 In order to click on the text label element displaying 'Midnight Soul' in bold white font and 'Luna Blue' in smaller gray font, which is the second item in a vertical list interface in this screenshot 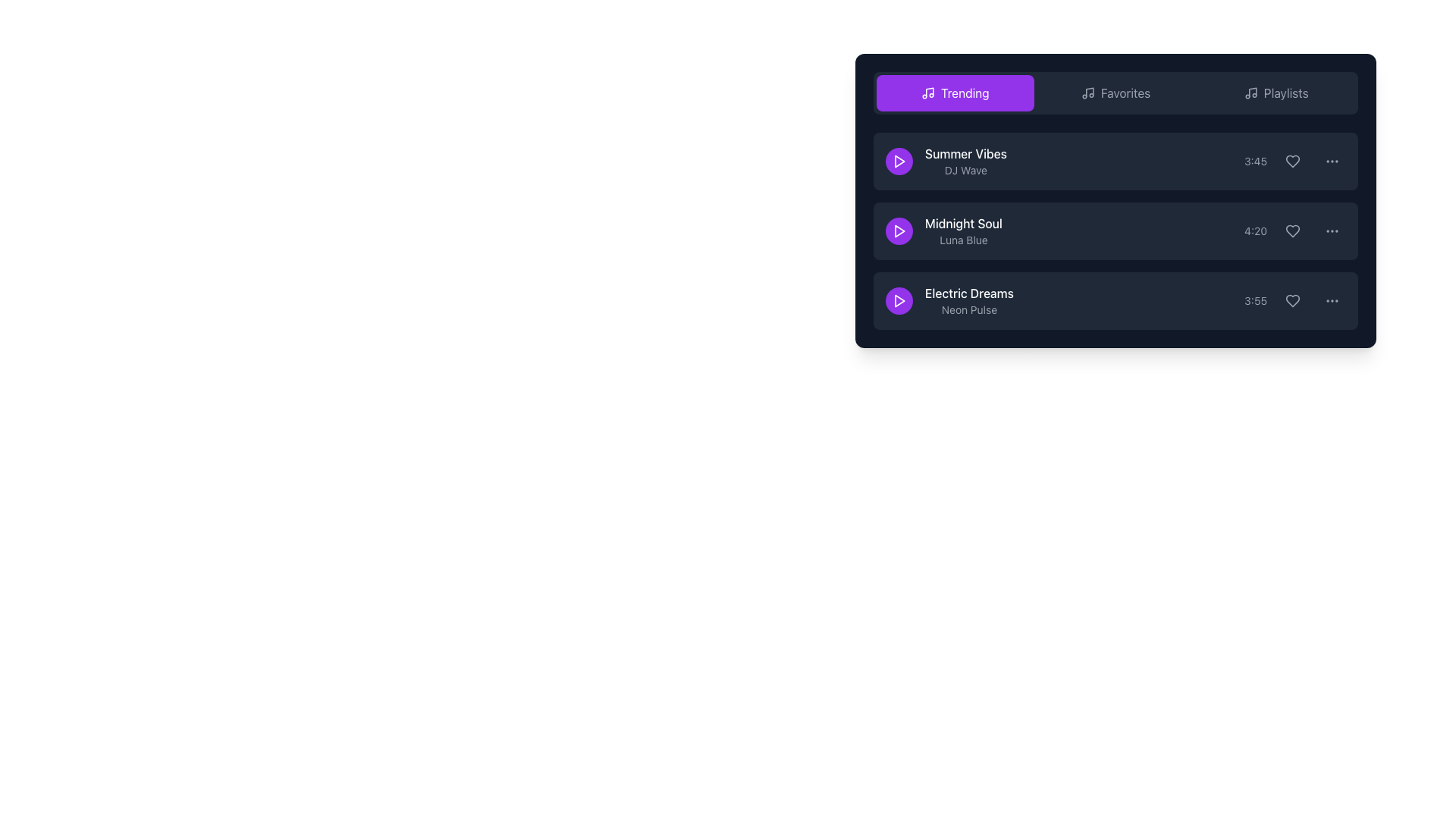, I will do `click(943, 231)`.